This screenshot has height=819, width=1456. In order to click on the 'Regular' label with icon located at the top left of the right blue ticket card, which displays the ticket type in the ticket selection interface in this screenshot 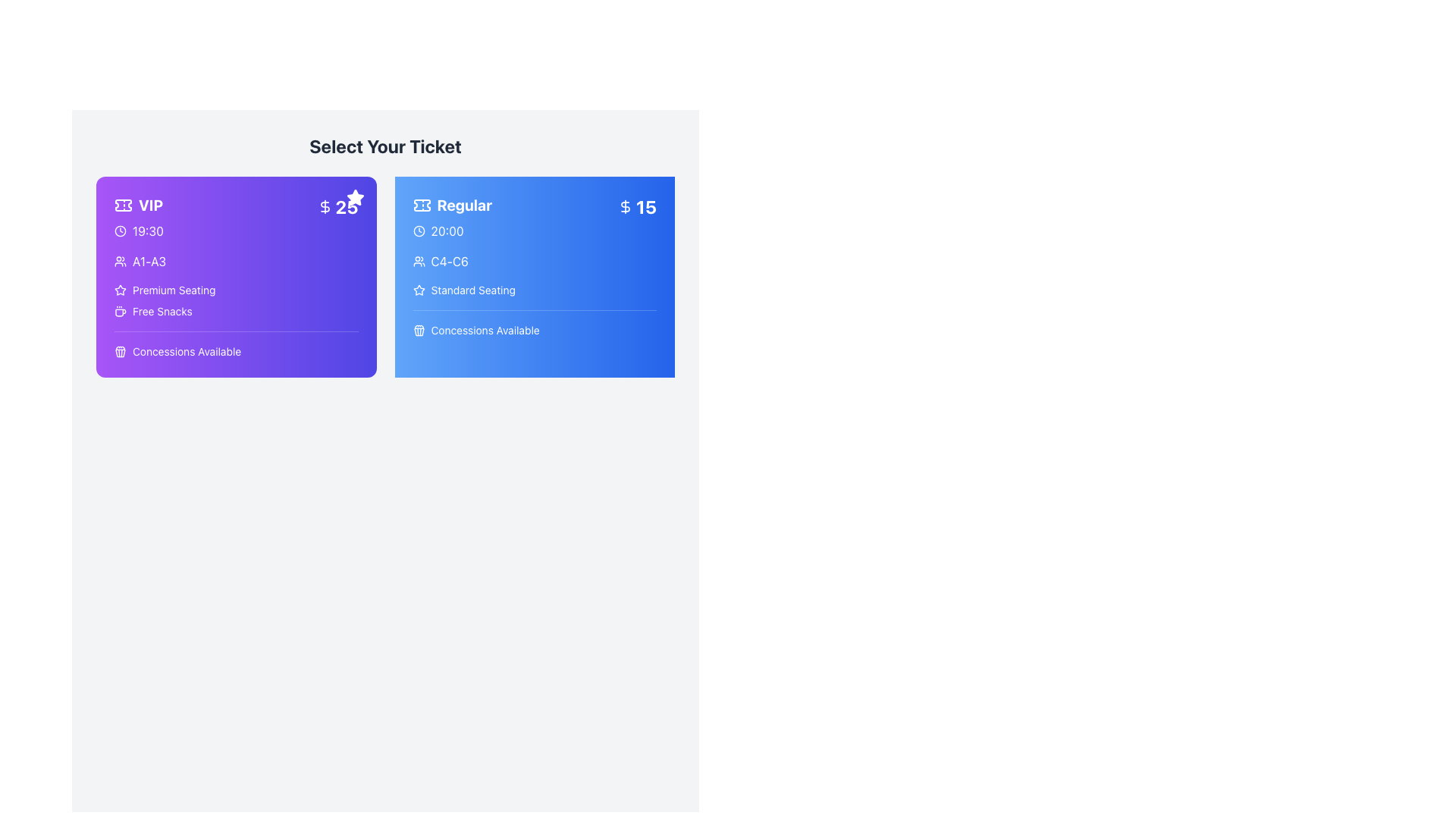, I will do `click(451, 217)`.